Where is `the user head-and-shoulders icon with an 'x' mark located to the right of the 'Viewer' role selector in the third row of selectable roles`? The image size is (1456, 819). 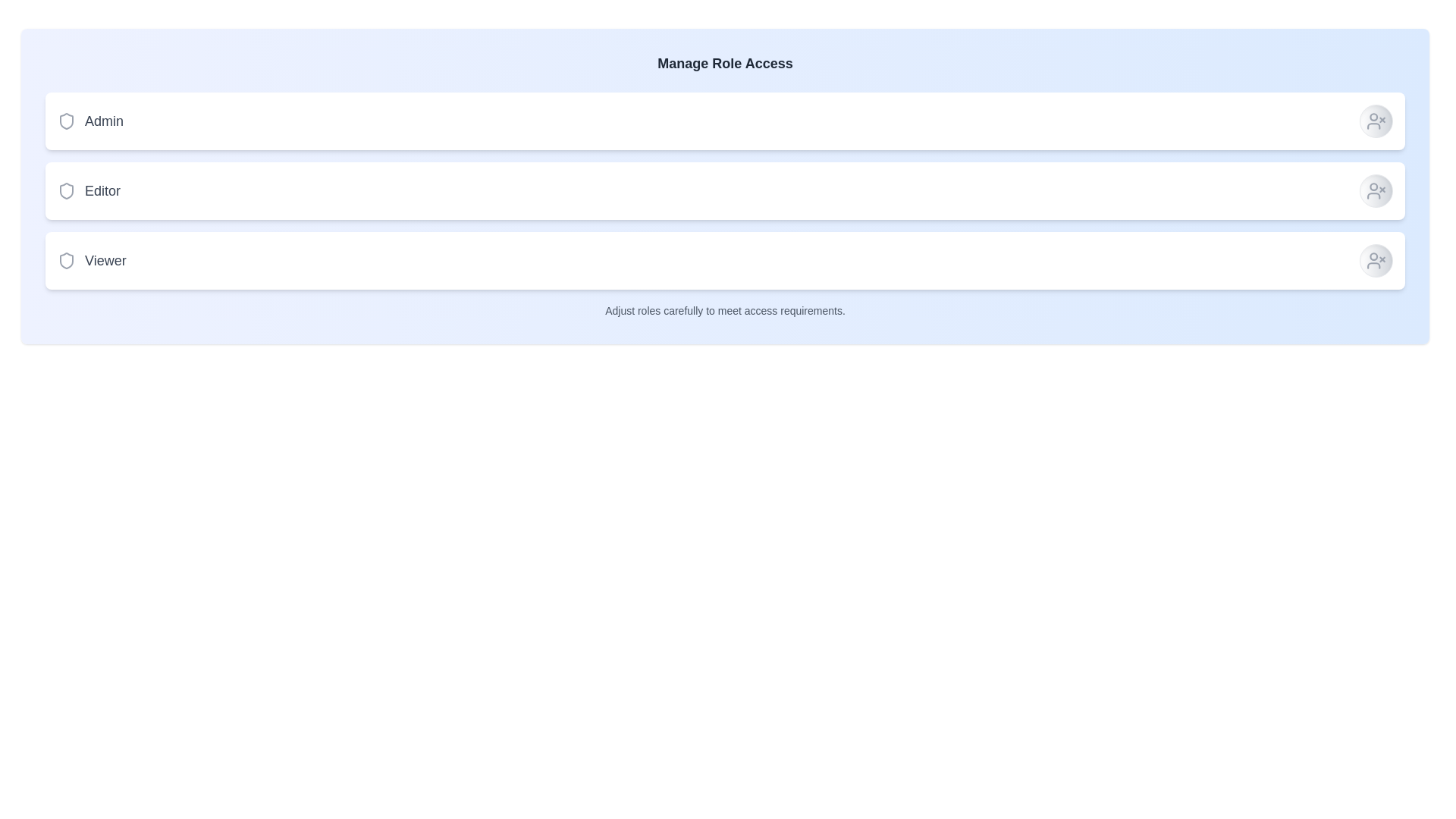
the user head-and-shoulders icon with an 'x' mark located to the right of the 'Viewer' role selector in the third row of selectable roles is located at coordinates (1373, 195).